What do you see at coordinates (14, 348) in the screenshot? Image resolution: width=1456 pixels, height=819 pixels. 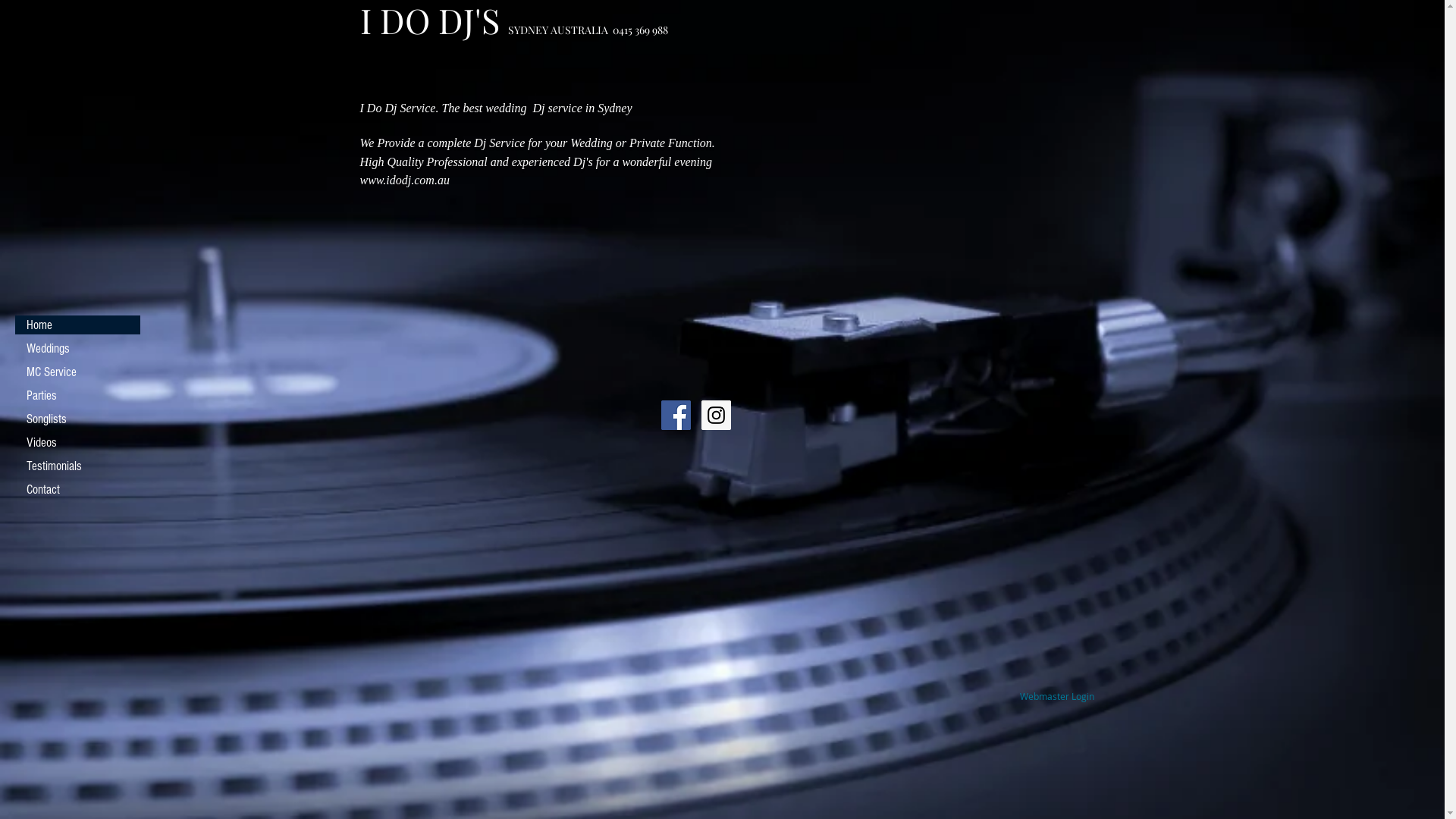 I see `'Weddings'` at bounding box center [14, 348].